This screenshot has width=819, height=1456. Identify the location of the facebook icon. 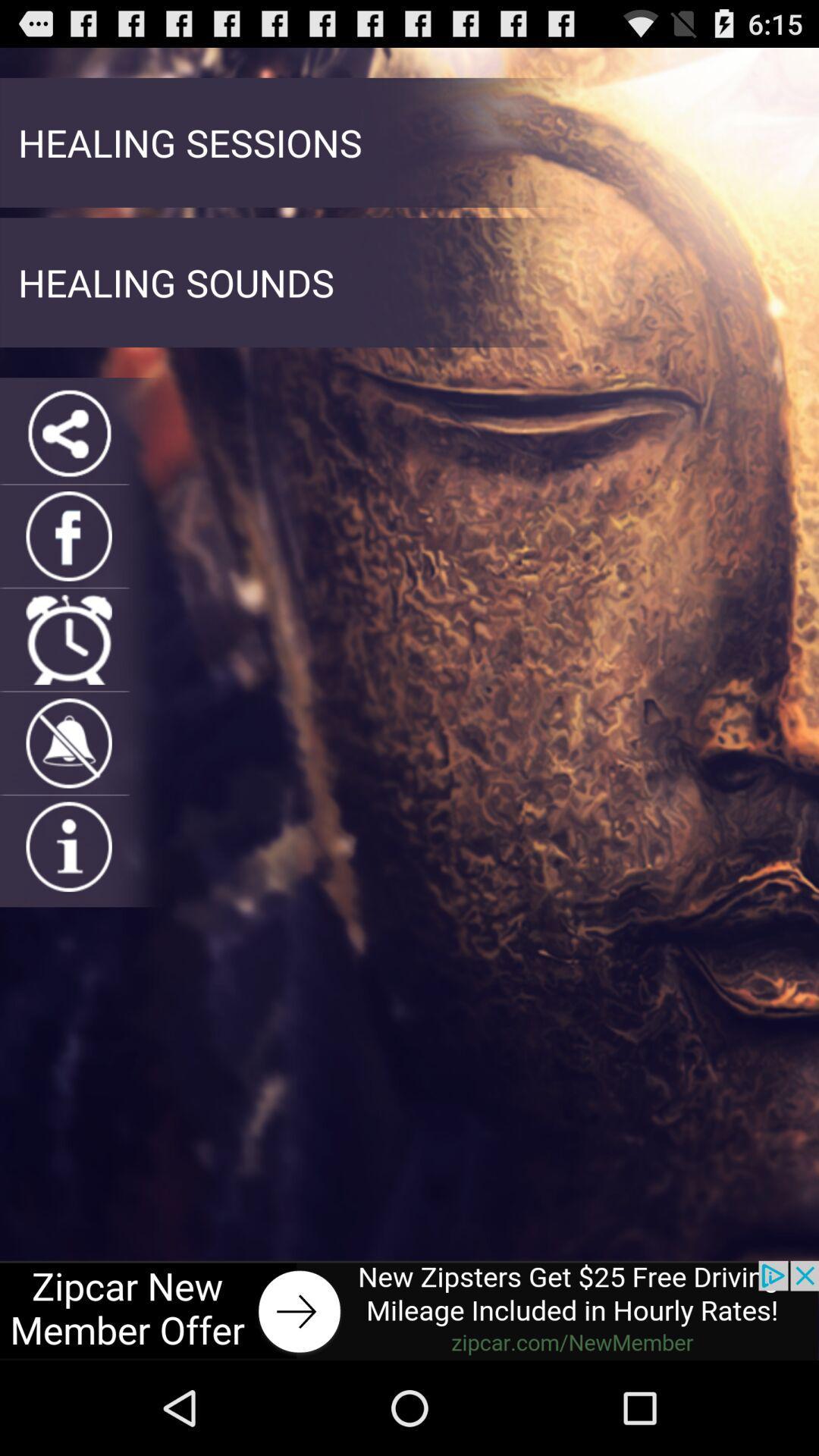
(69, 573).